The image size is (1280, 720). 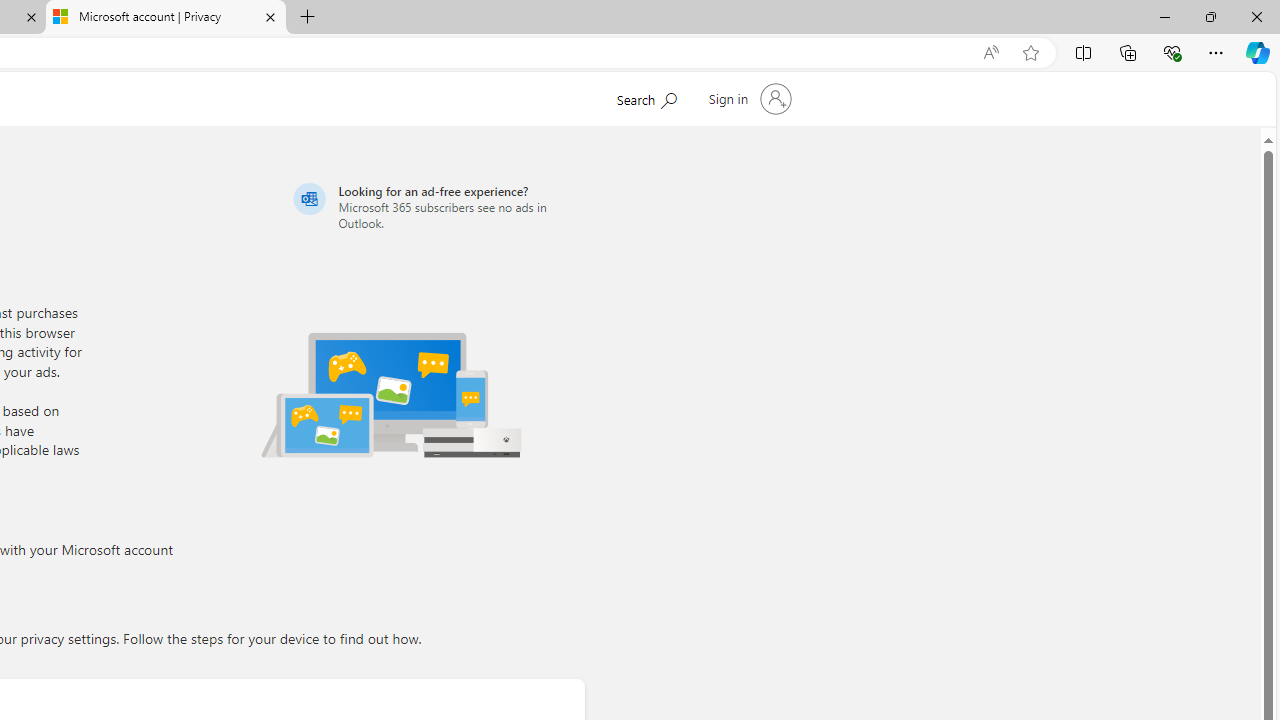 What do you see at coordinates (1215, 51) in the screenshot?
I see `'Settings and more (Alt+F)'` at bounding box center [1215, 51].